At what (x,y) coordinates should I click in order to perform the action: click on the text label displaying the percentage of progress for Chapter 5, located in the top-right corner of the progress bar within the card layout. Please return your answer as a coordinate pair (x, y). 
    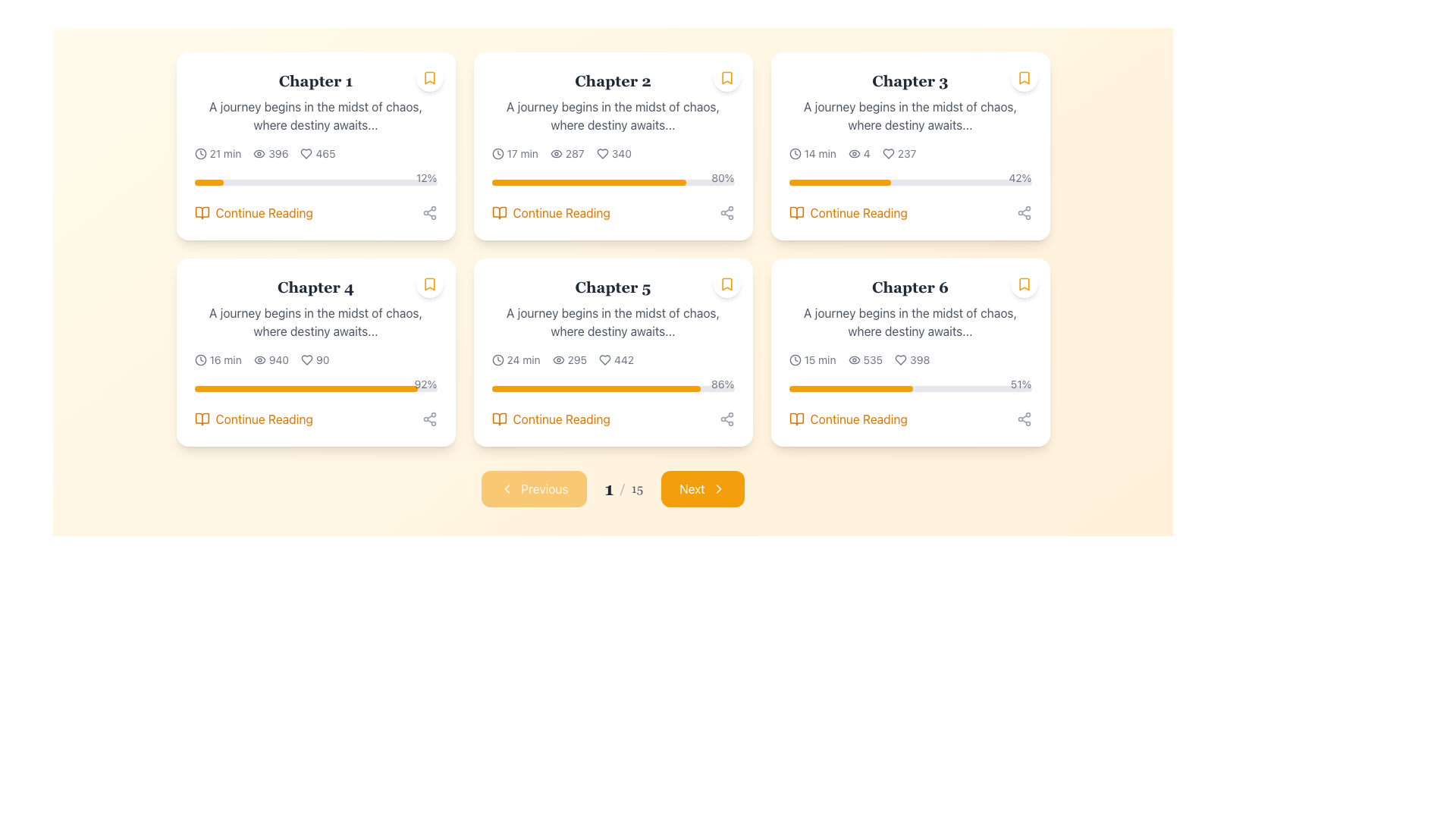
    Looking at the image, I should click on (722, 383).